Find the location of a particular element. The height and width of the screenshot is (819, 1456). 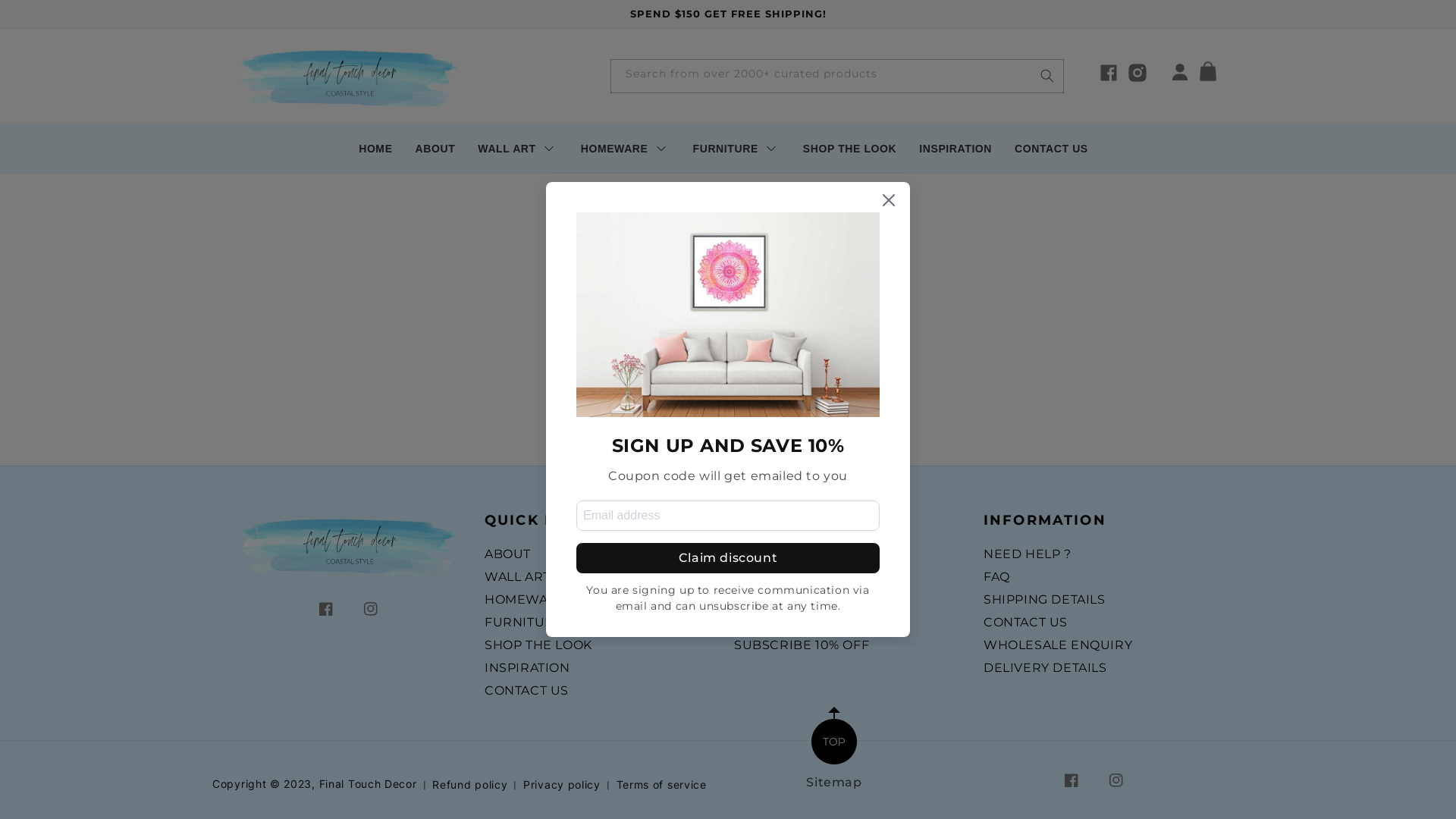

'HOMEWARE' is located at coordinates (626, 148).